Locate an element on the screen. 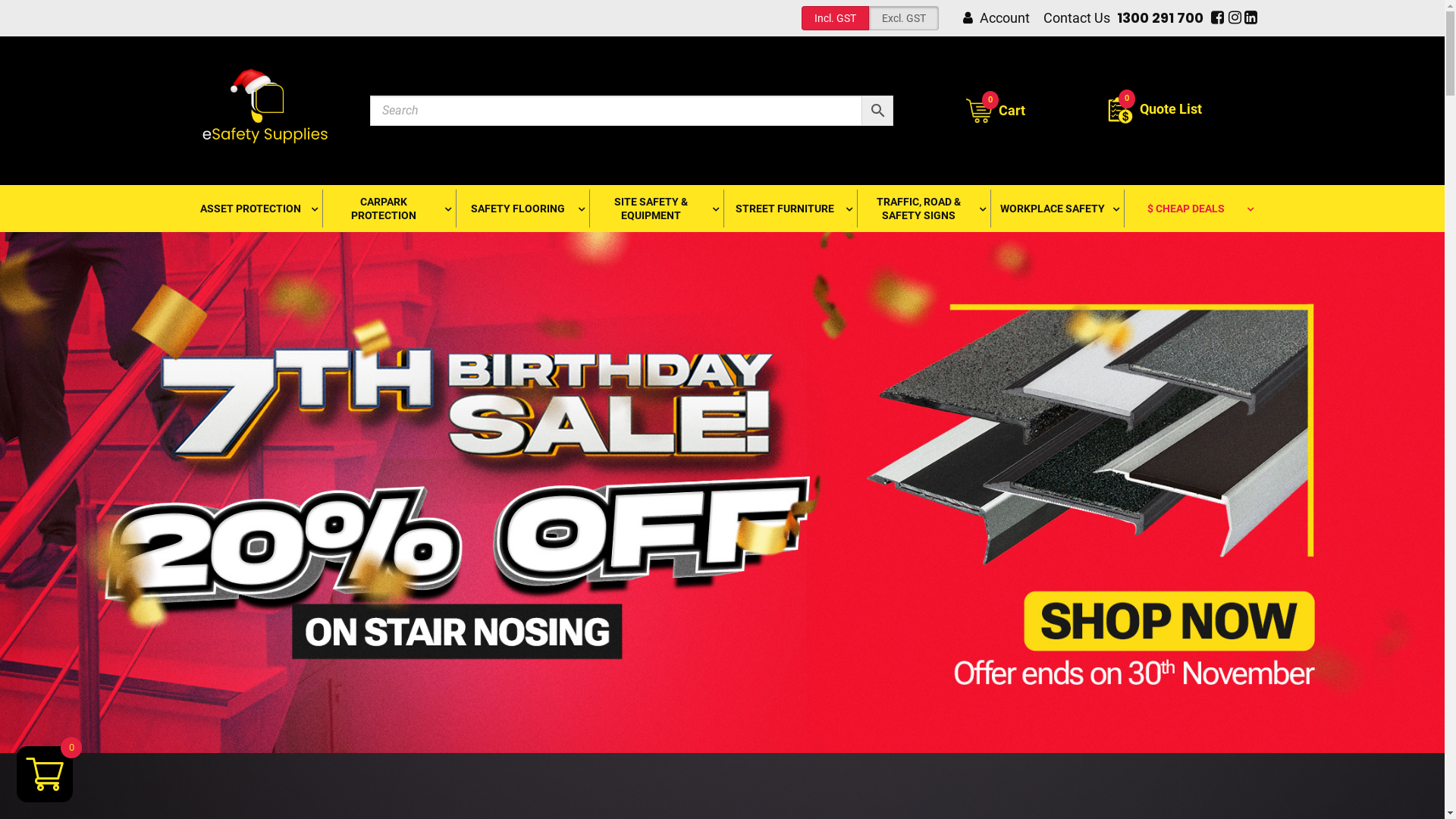 The image size is (1456, 819). '0 is located at coordinates (965, 110).